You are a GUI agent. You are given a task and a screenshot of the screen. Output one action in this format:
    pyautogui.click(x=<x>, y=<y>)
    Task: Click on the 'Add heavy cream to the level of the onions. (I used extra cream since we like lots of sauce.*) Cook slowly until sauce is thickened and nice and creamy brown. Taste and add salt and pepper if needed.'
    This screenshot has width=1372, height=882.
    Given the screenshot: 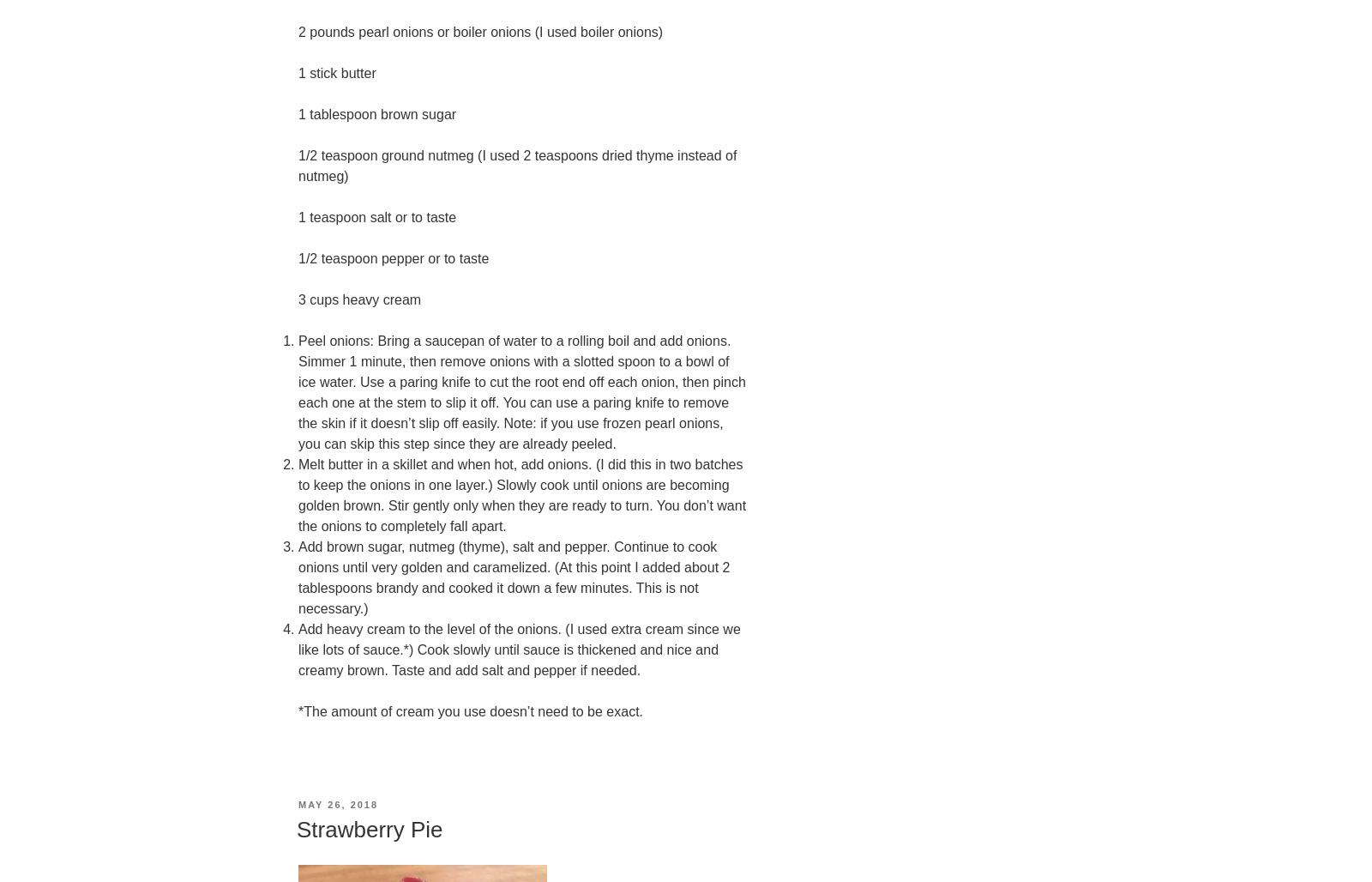 What is the action you would take?
    pyautogui.click(x=298, y=649)
    